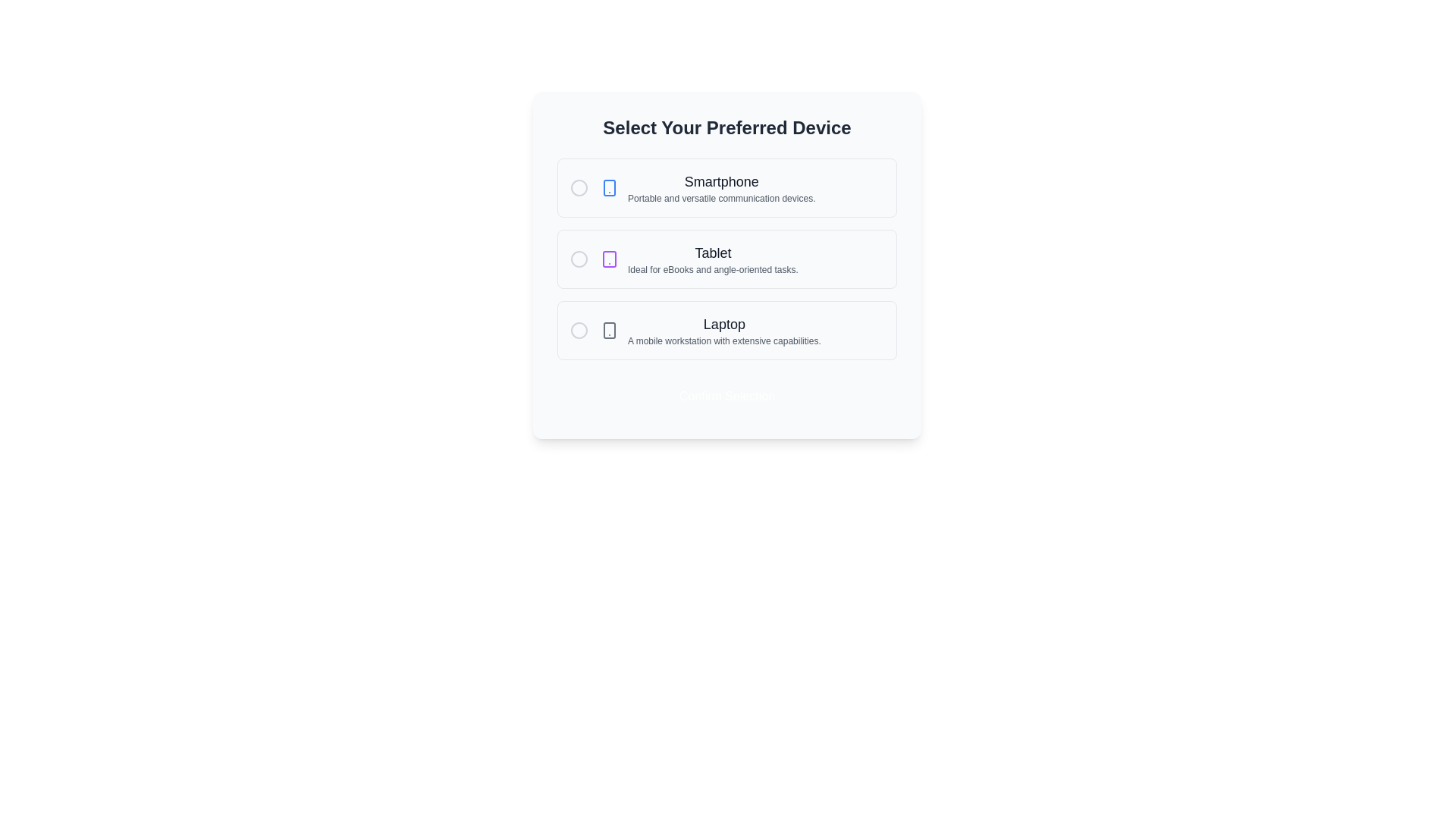  I want to click on text content of the descriptive text label that displays 'Portable and versatile communication devices.' located below the 'Smartphone' label, so click(720, 198).